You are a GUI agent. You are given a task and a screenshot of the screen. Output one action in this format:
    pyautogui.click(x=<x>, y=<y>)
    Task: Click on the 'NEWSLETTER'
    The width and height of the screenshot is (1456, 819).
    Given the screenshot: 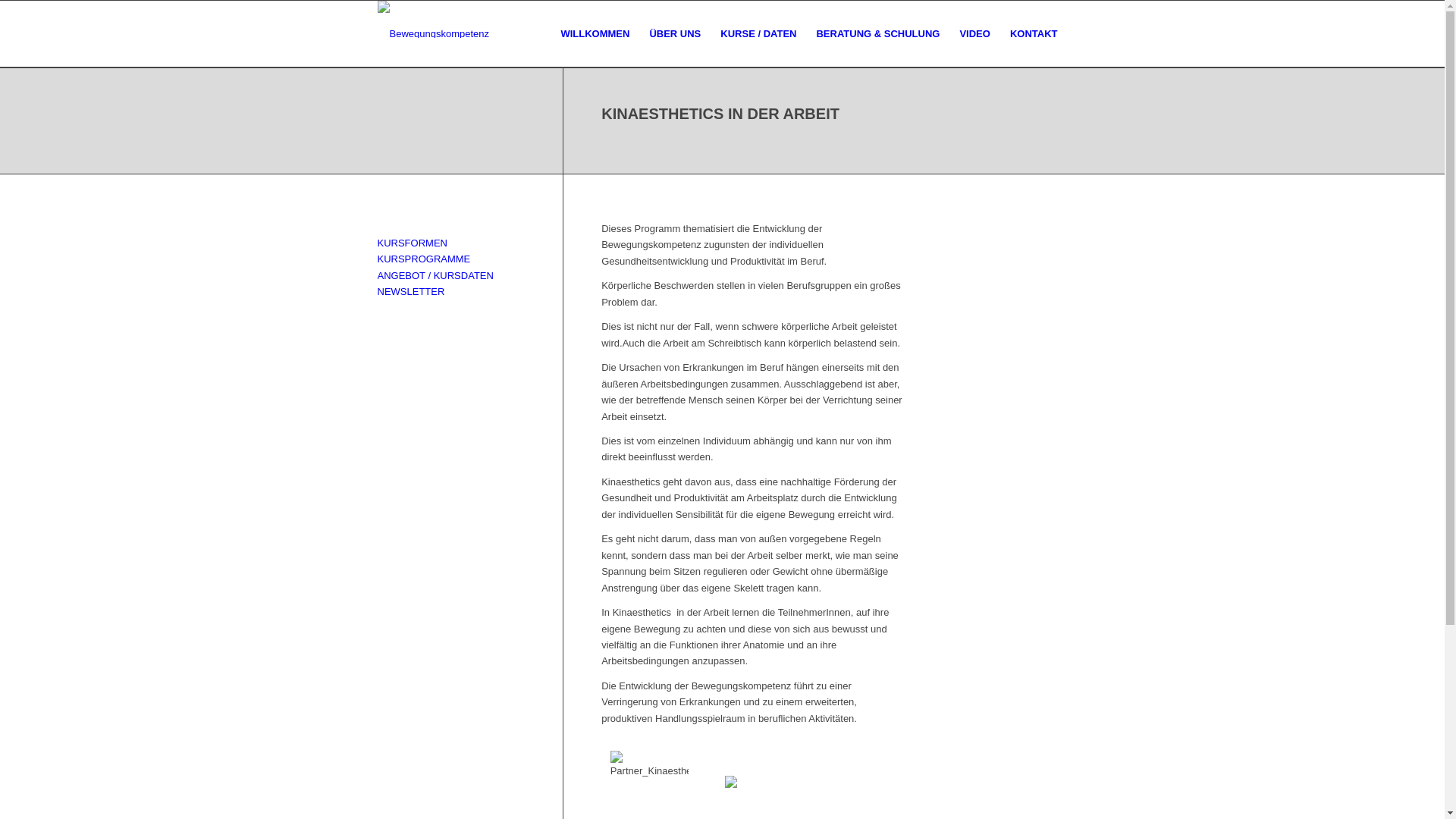 What is the action you would take?
    pyautogui.click(x=411, y=291)
    